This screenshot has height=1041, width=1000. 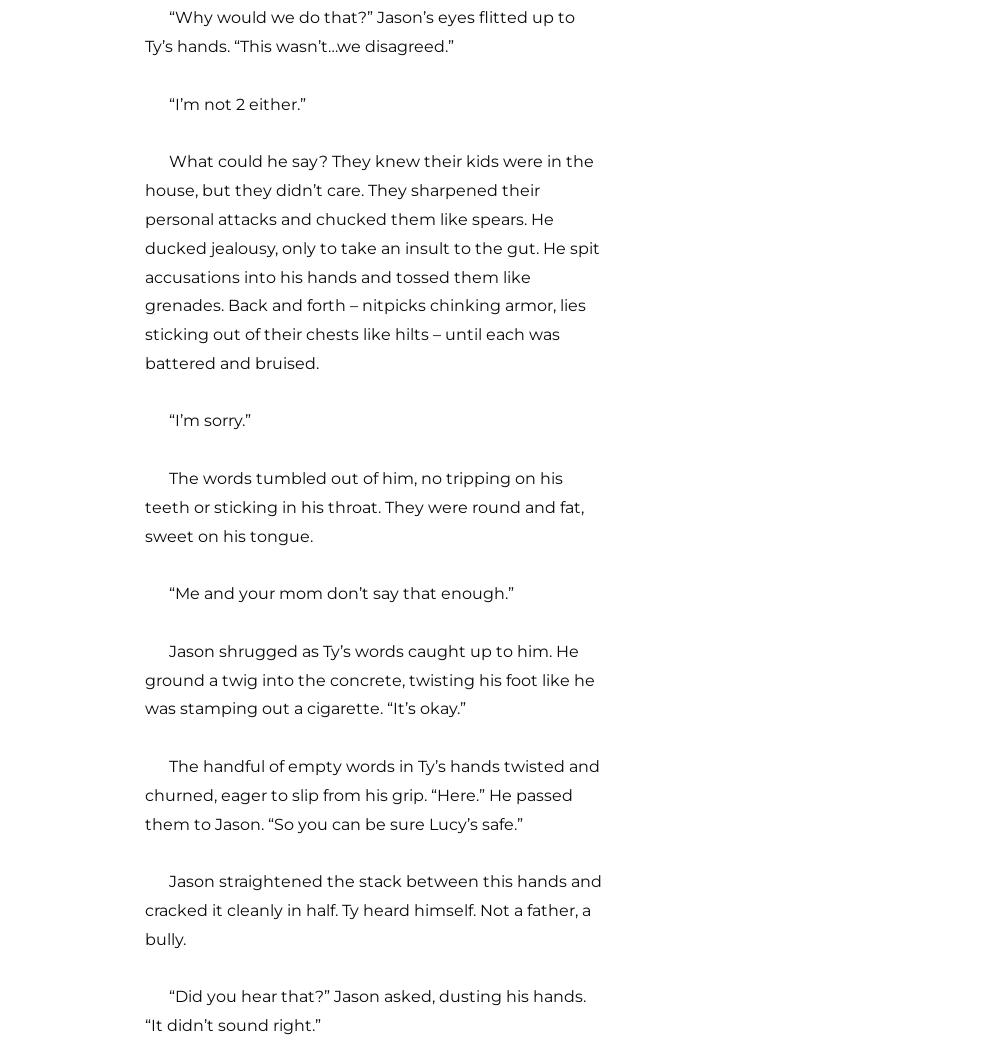 I want to click on 'The words tumbled out of him, no tripping on his teeth or sticking in his throat. They were round and fat, sweet on his tongue.', so click(x=363, y=505).